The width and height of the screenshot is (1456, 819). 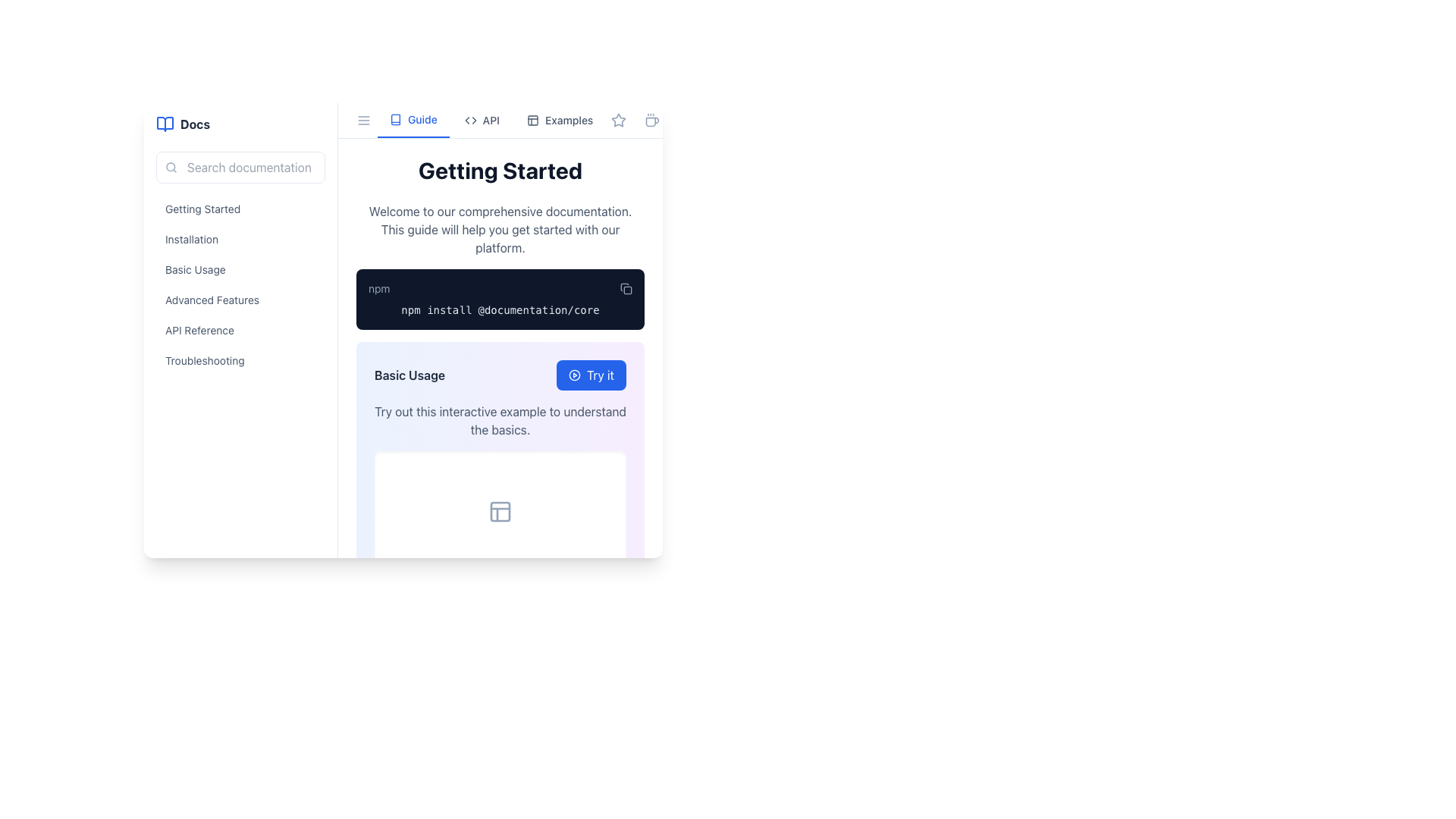 I want to click on the main body segment of the coffee cup icon, which is part of the SVG group labeled 'lucide-coffee' located in the top-right section of the application interface, so click(x=652, y=121).